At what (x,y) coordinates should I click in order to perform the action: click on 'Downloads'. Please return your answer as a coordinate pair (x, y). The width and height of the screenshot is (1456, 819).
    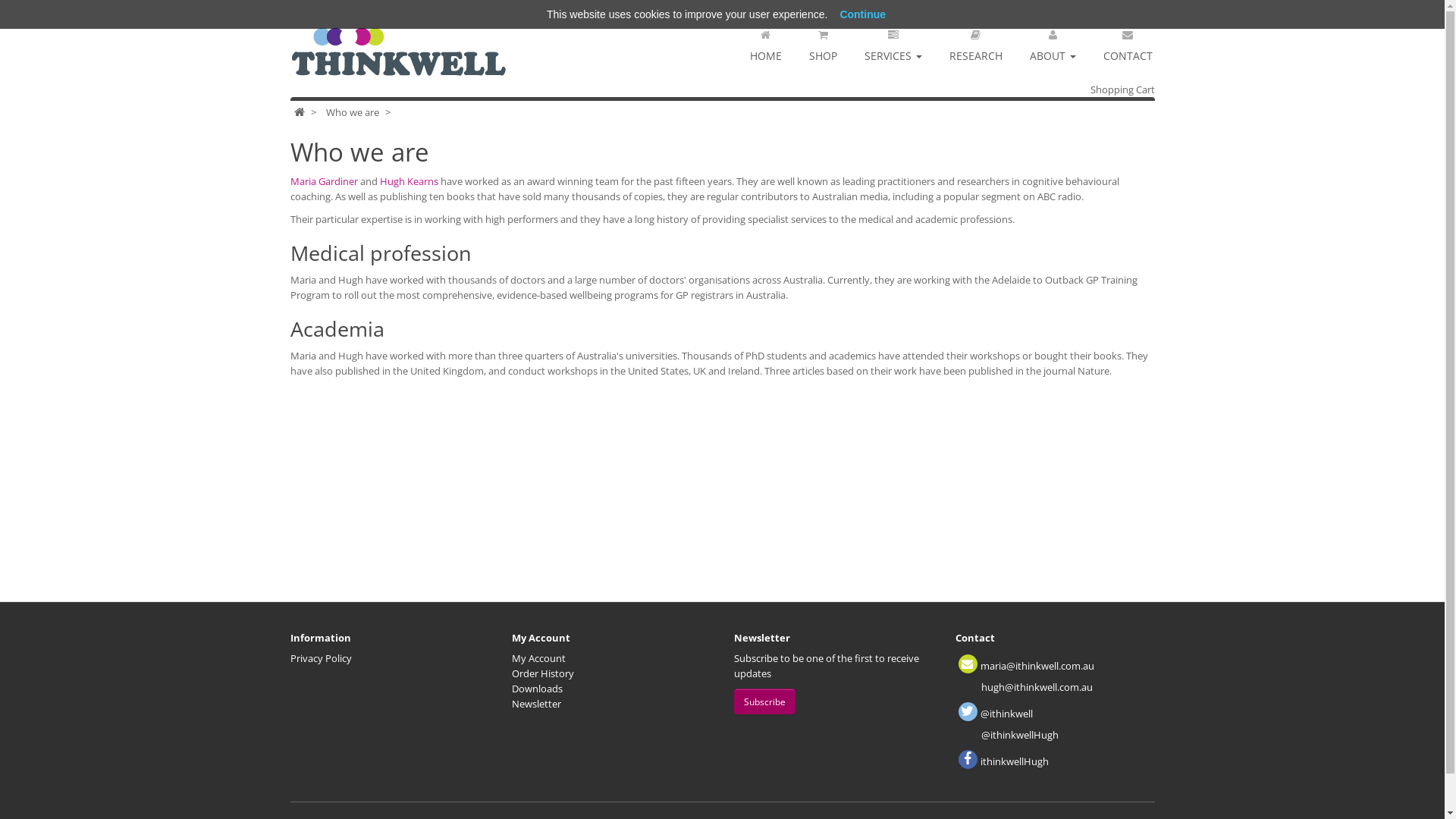
    Looking at the image, I should click on (537, 688).